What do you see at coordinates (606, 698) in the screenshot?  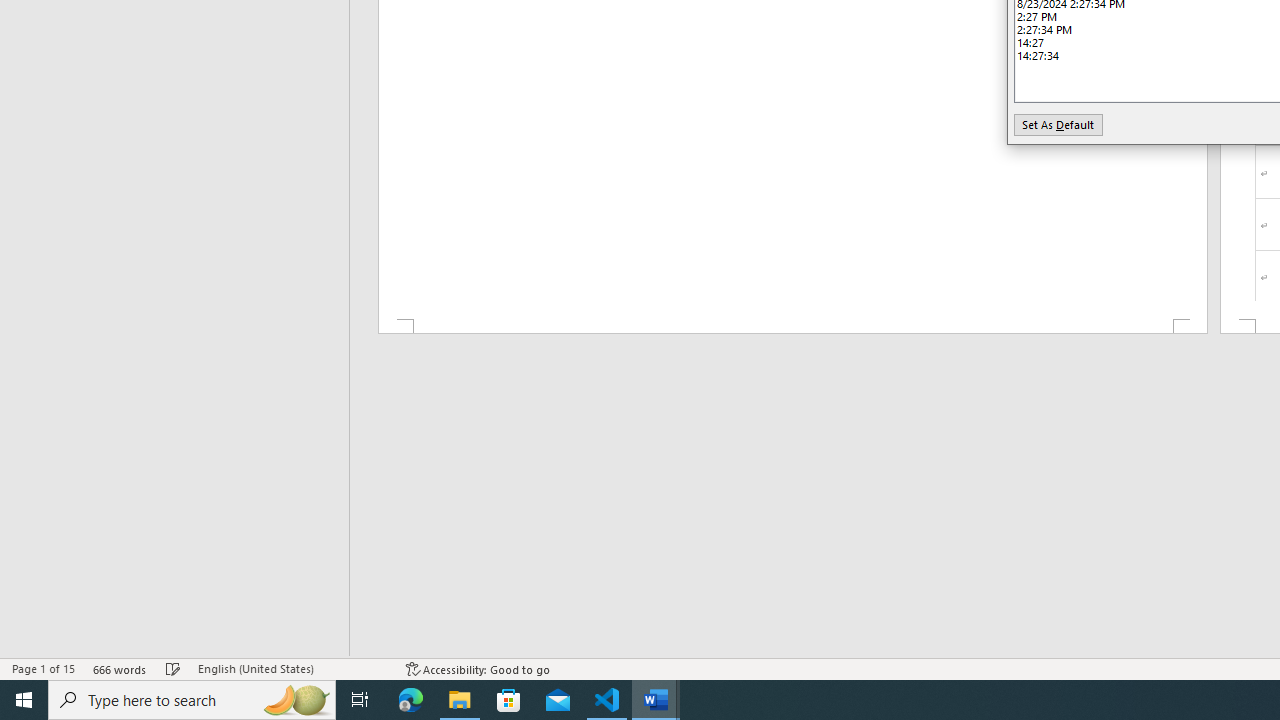 I see `'Visual Studio Code - 1 running window'` at bounding box center [606, 698].